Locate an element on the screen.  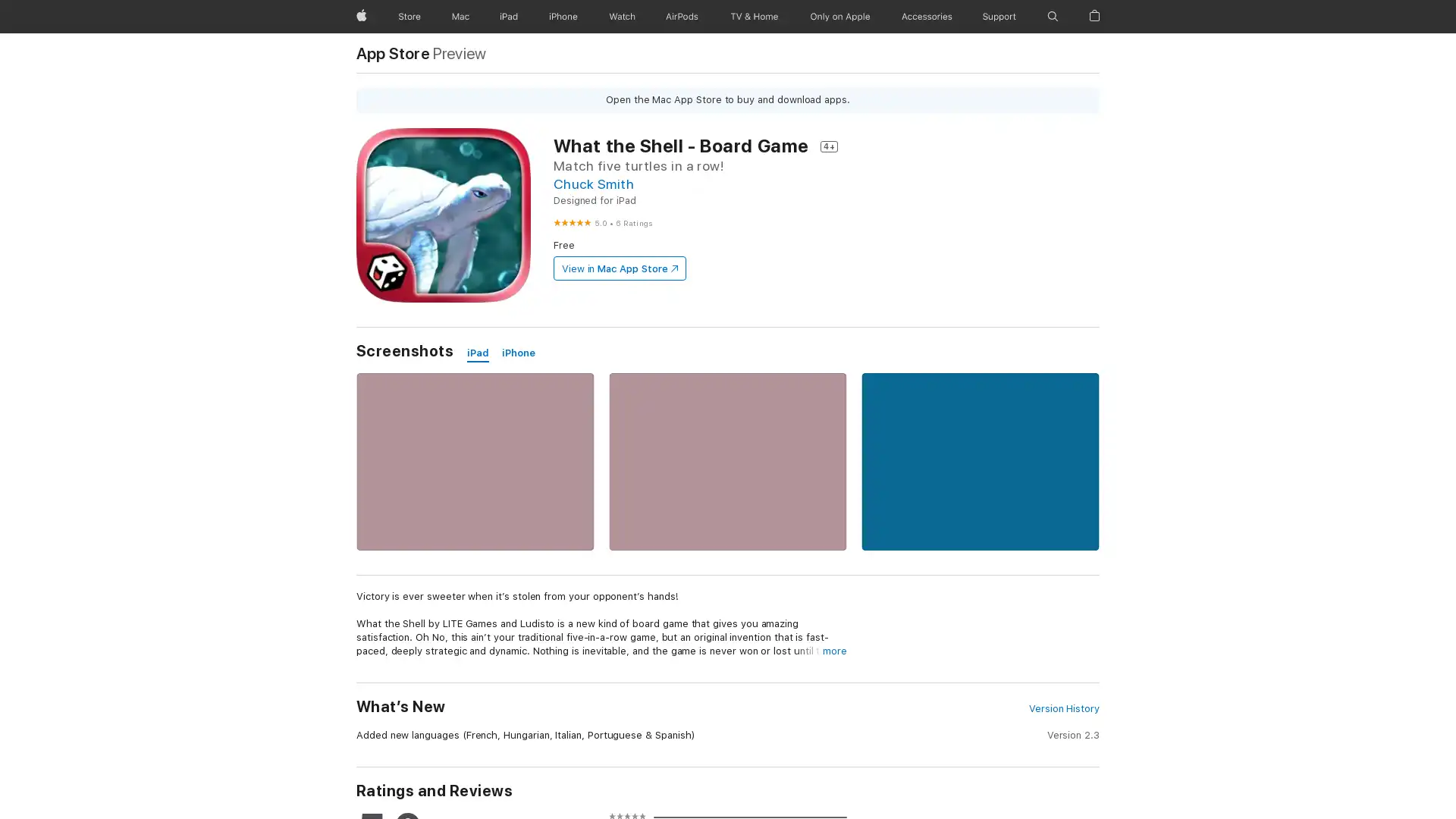
View in Mac App Store is located at coordinates (619, 268).